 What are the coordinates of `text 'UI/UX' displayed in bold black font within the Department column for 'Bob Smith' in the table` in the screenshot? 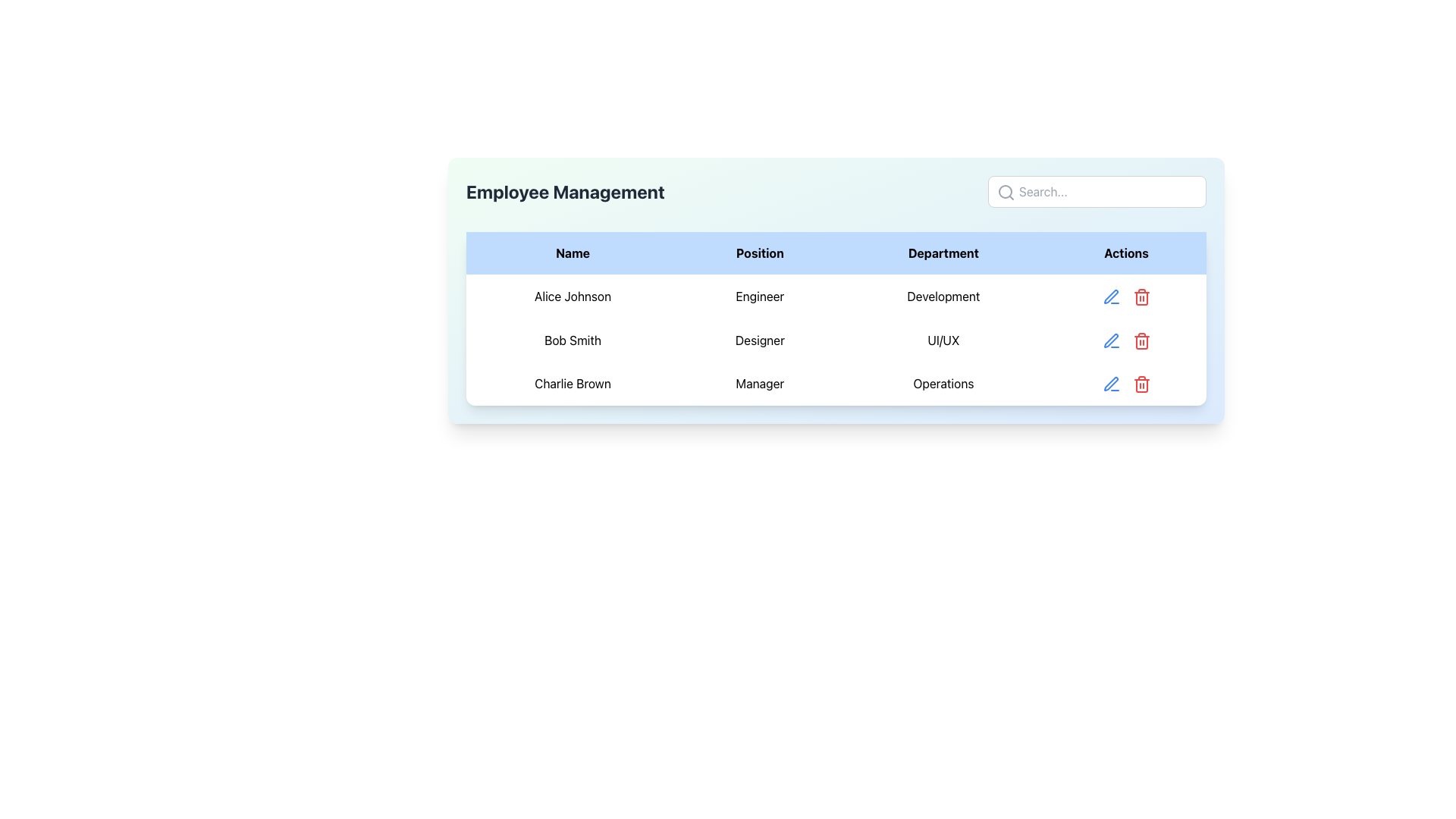 It's located at (943, 339).